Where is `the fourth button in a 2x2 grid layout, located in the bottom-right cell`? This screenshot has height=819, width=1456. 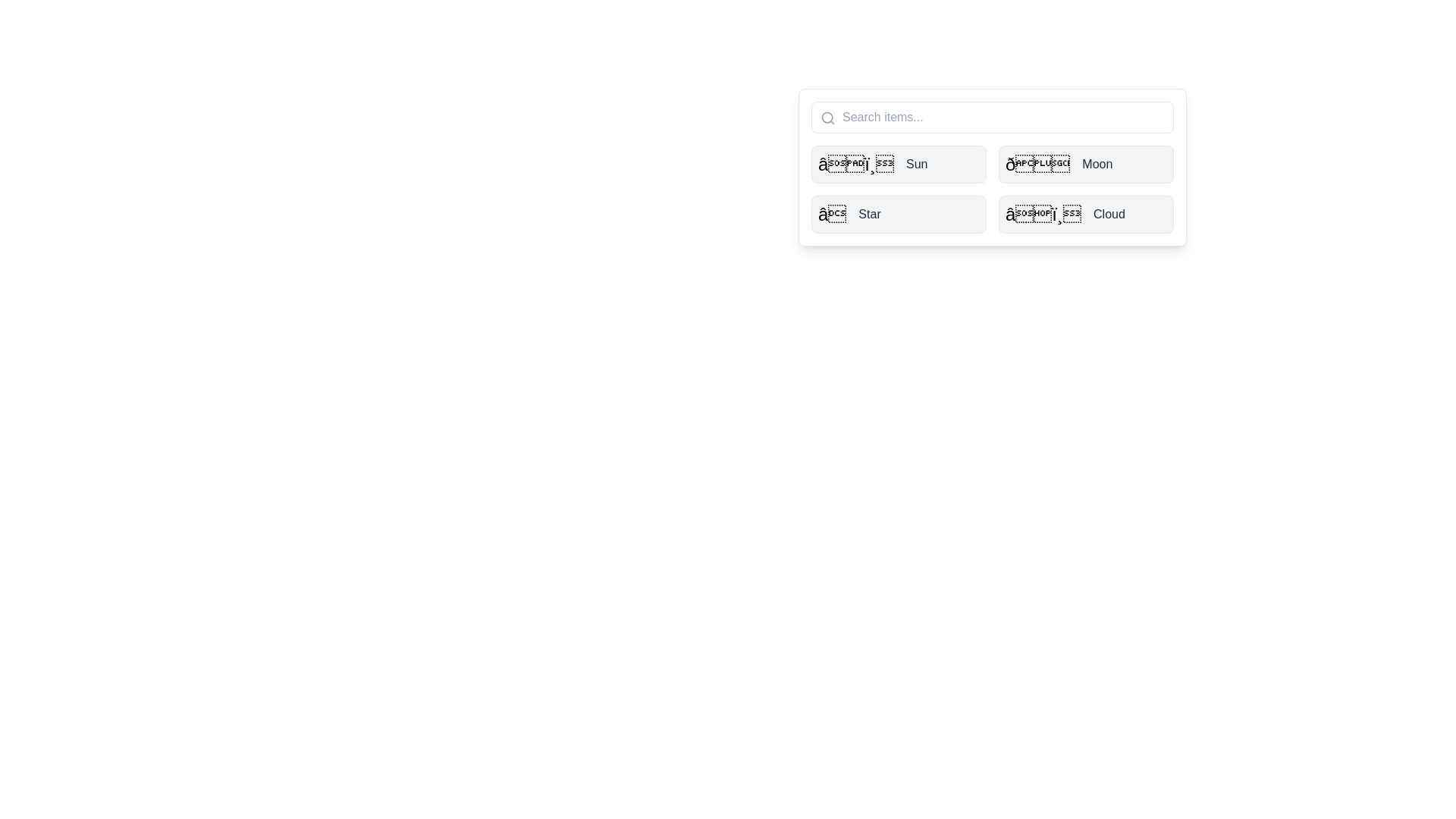
the fourth button in a 2x2 grid layout, located in the bottom-right cell is located at coordinates (1085, 214).